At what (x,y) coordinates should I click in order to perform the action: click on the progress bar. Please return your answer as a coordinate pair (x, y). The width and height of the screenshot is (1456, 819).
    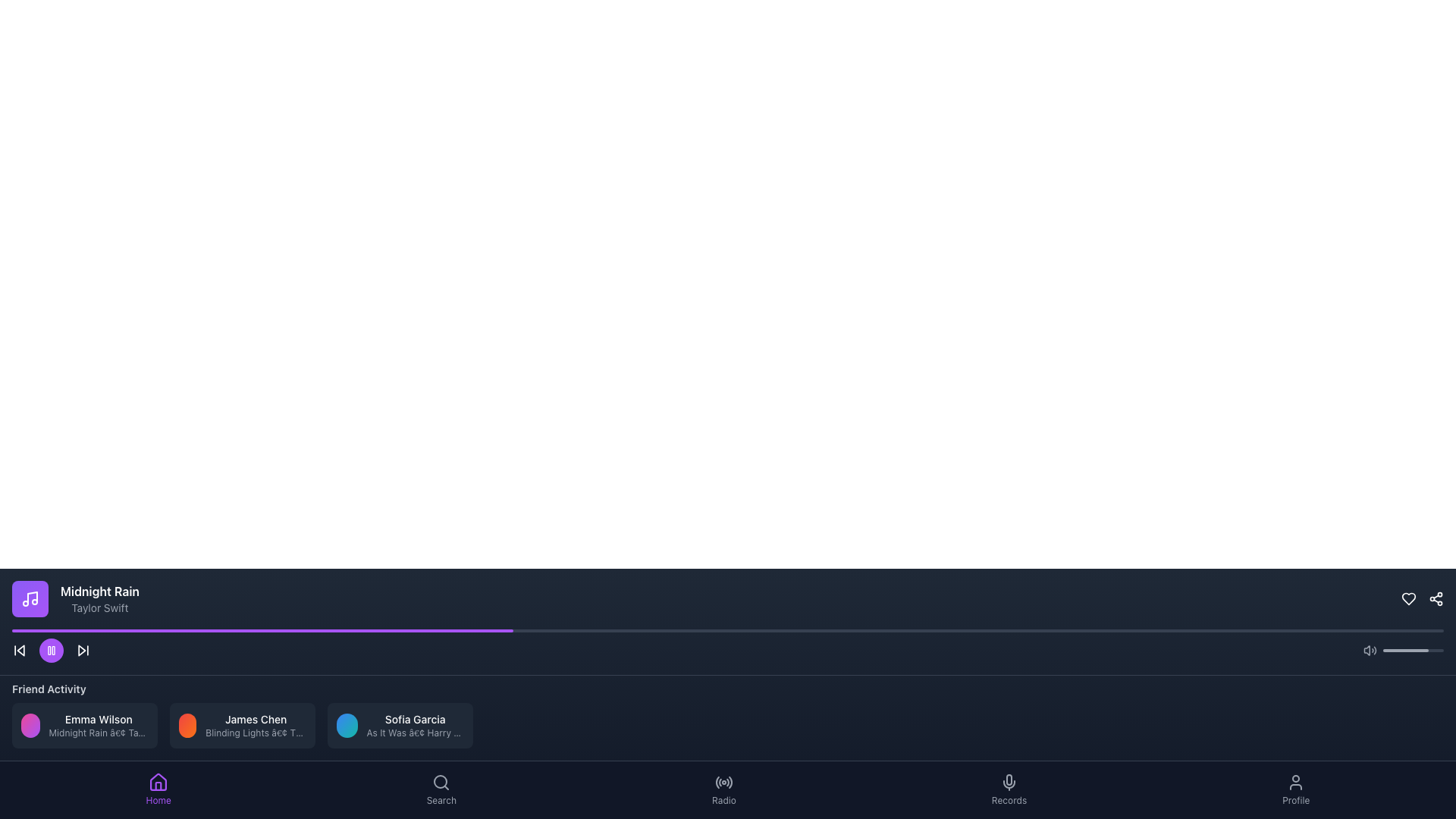
    Looking at the image, I should click on (11, 631).